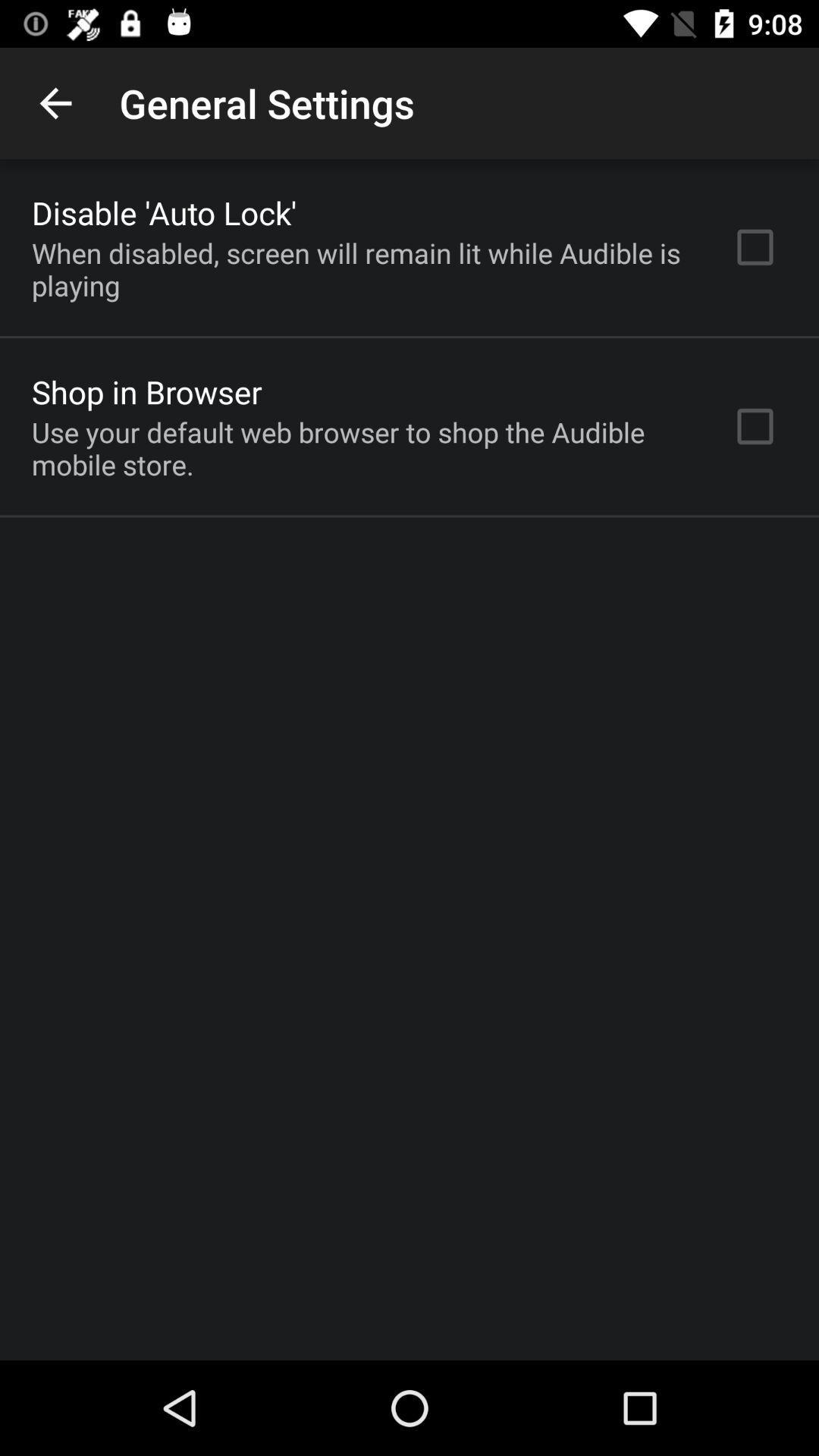  I want to click on icon below shop in browser item, so click(362, 447).